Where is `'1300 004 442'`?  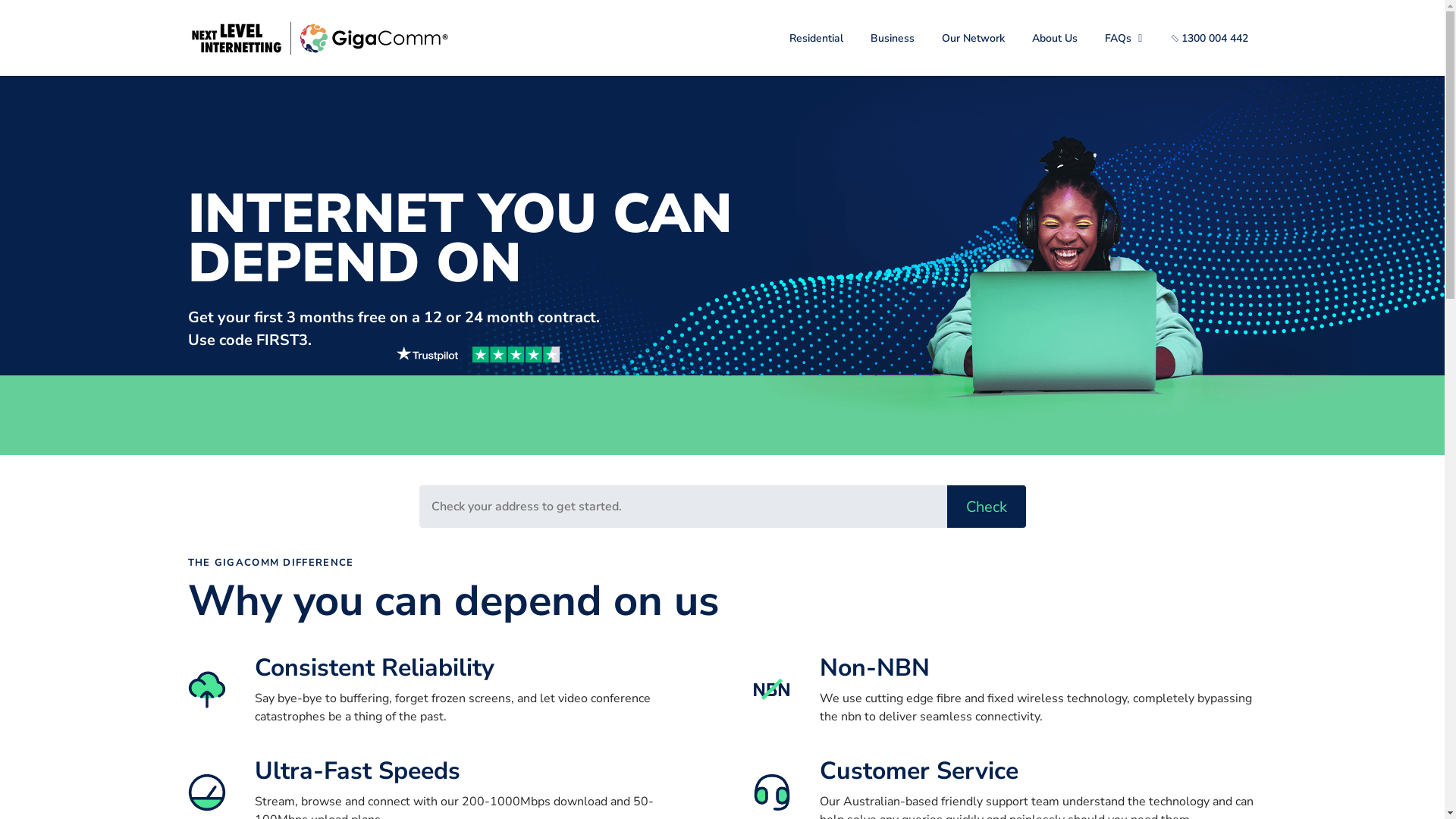
'1300 004 442' is located at coordinates (1210, 36).